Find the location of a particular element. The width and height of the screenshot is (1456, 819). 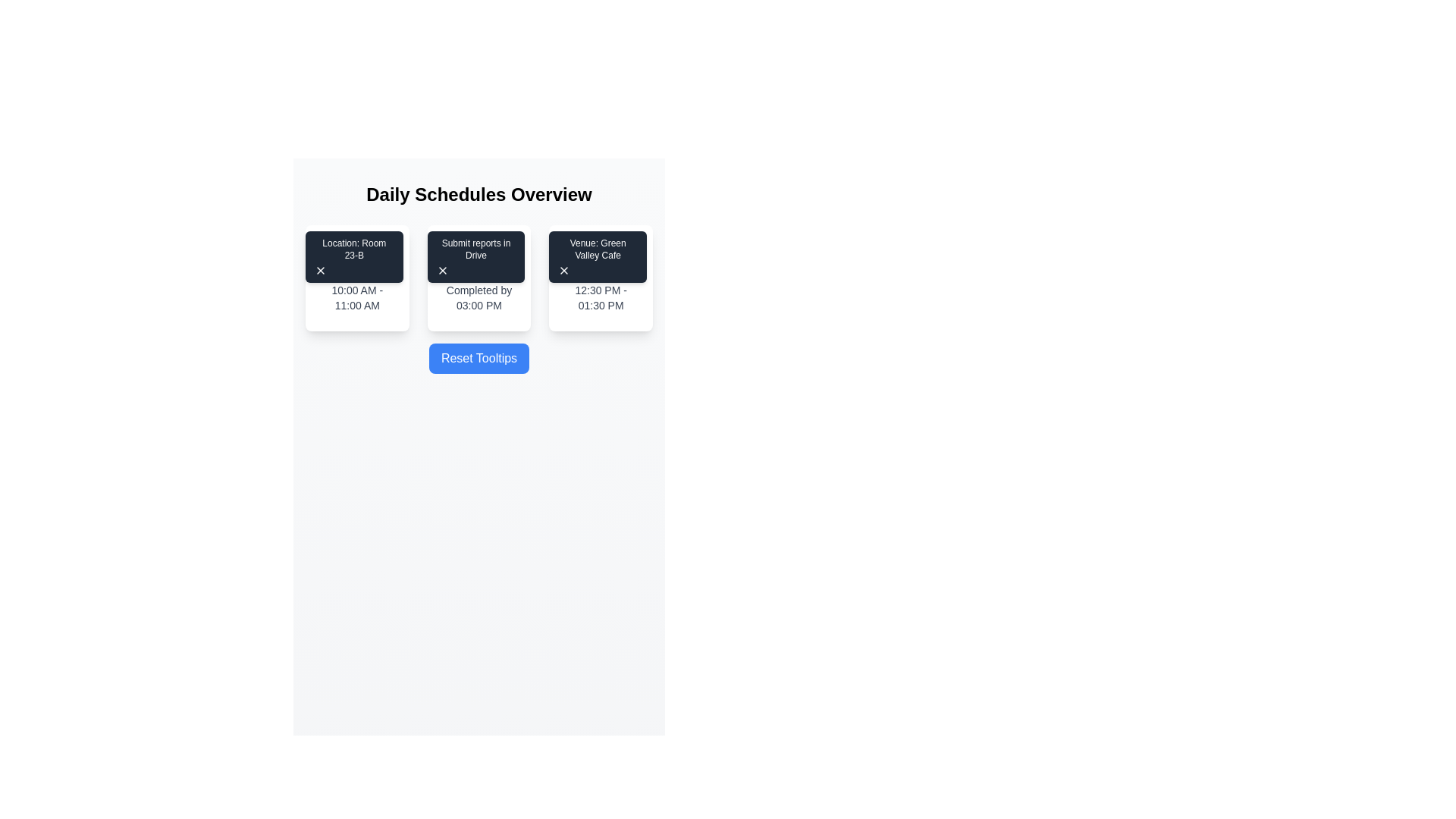

the close button in the top-right corner of the card displaying 'Venue: Green Valley Cafe' is located at coordinates (563, 270).